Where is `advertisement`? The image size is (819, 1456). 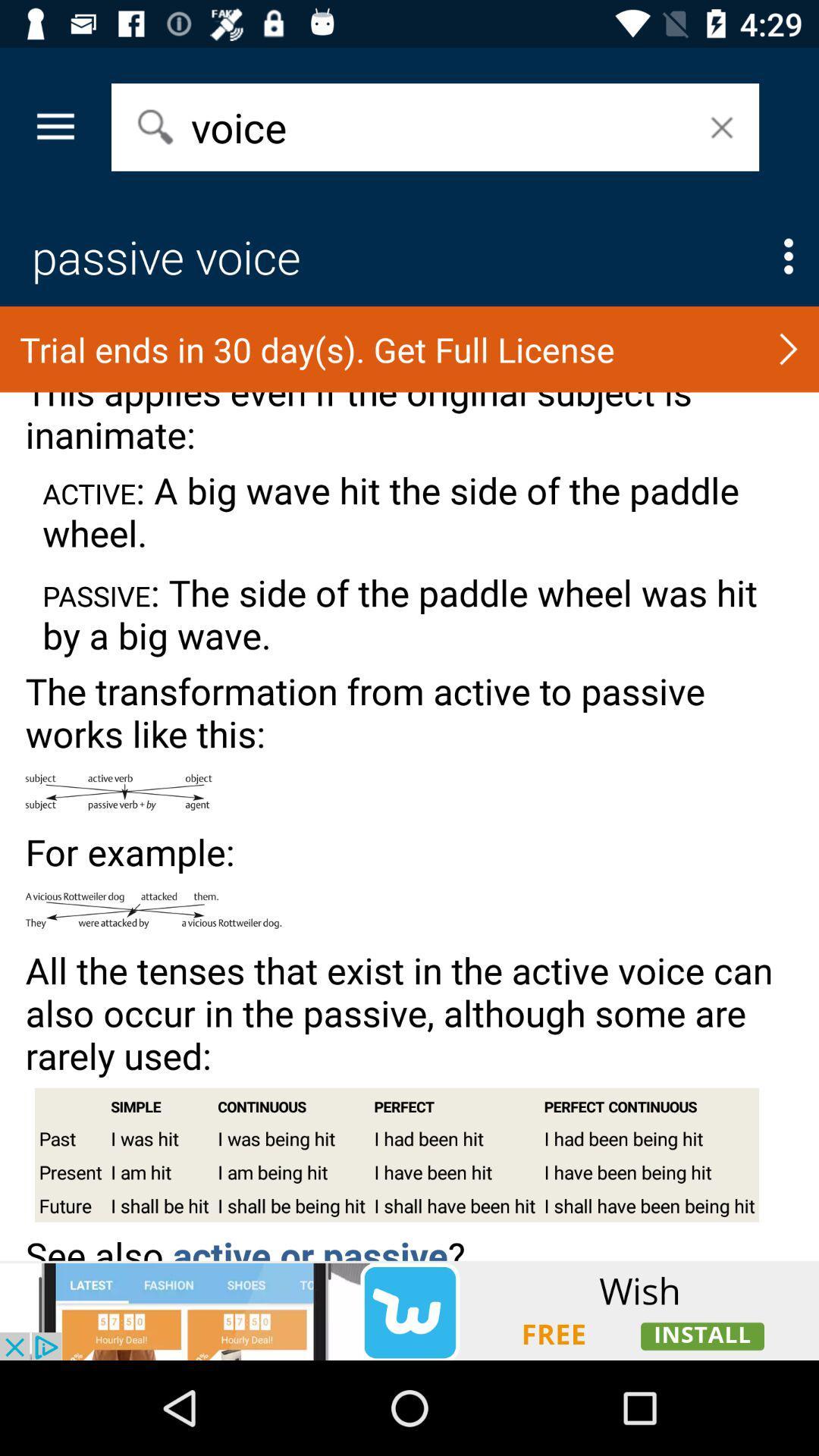 advertisement is located at coordinates (409, 1310).